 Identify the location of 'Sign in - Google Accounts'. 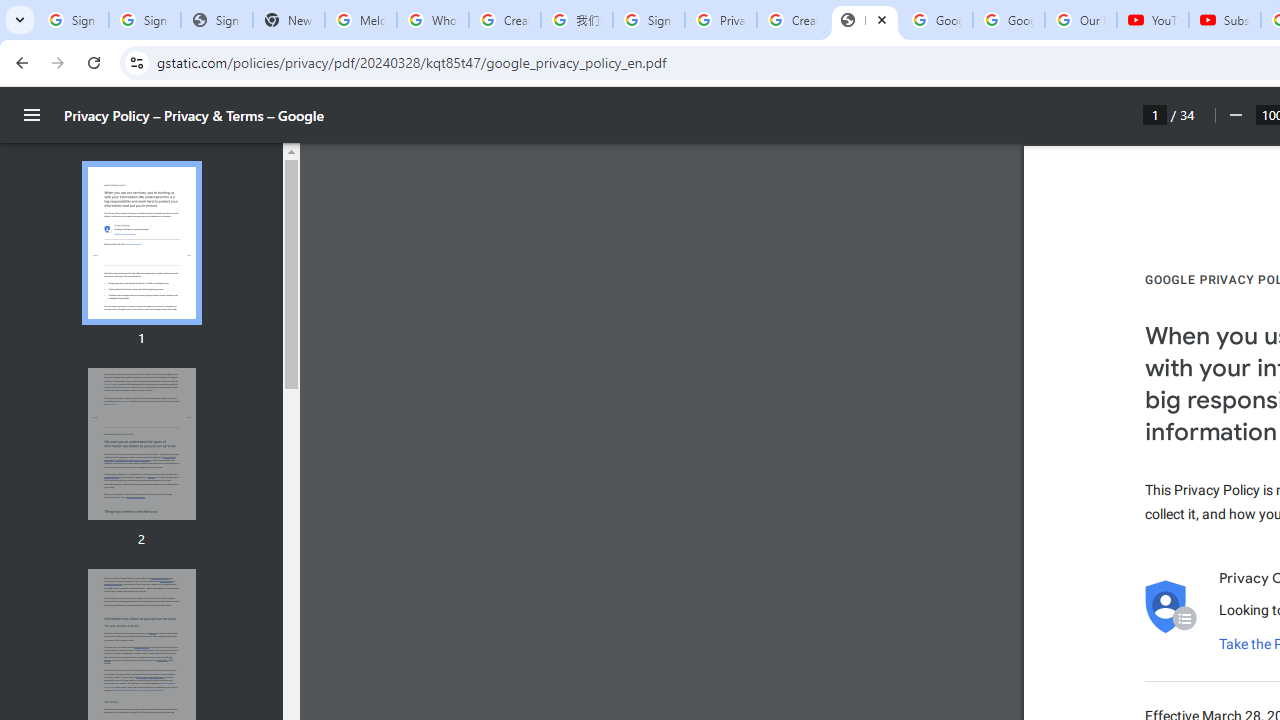
(648, 20).